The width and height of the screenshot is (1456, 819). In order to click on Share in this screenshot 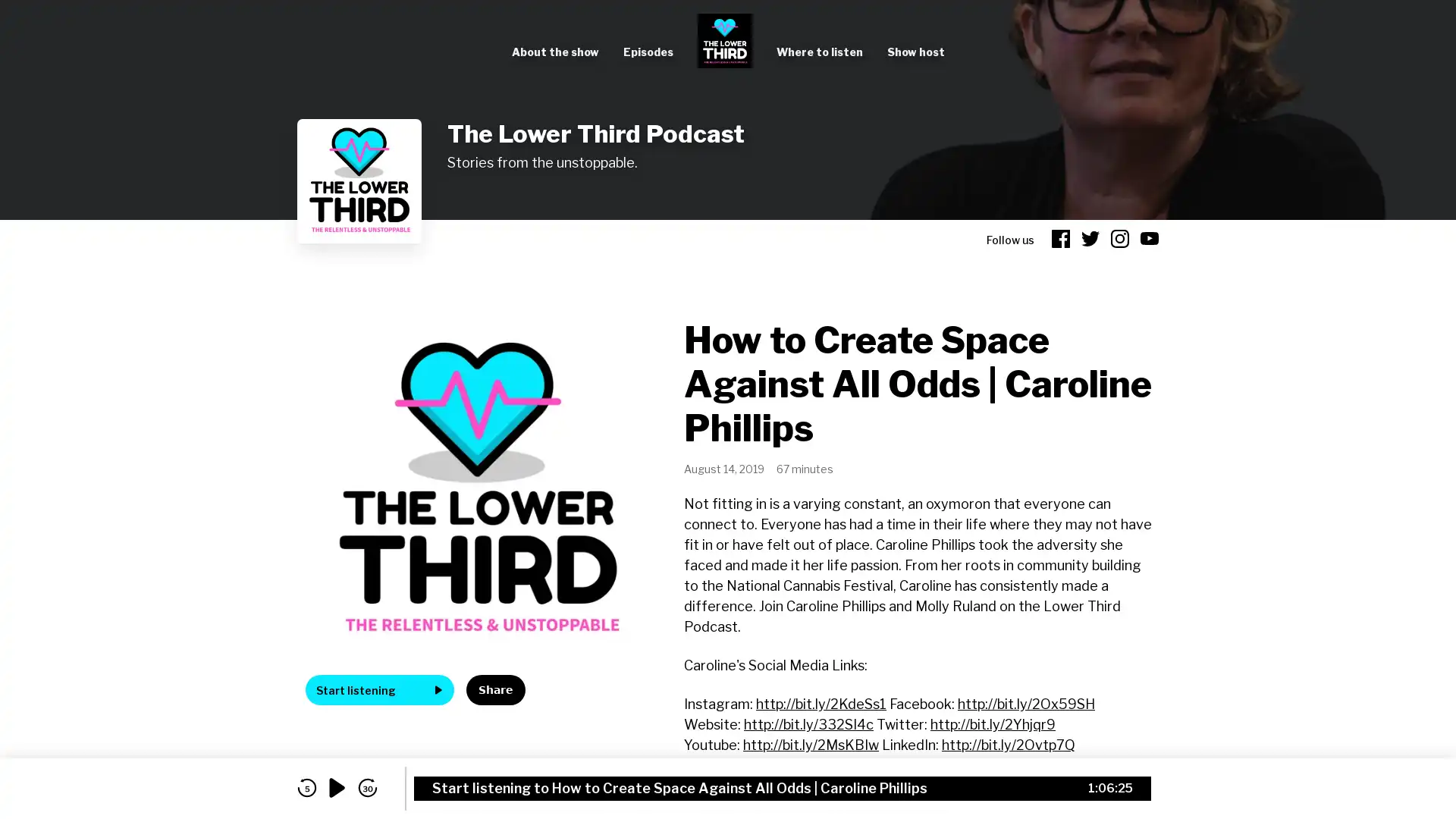, I will do `click(495, 690)`.